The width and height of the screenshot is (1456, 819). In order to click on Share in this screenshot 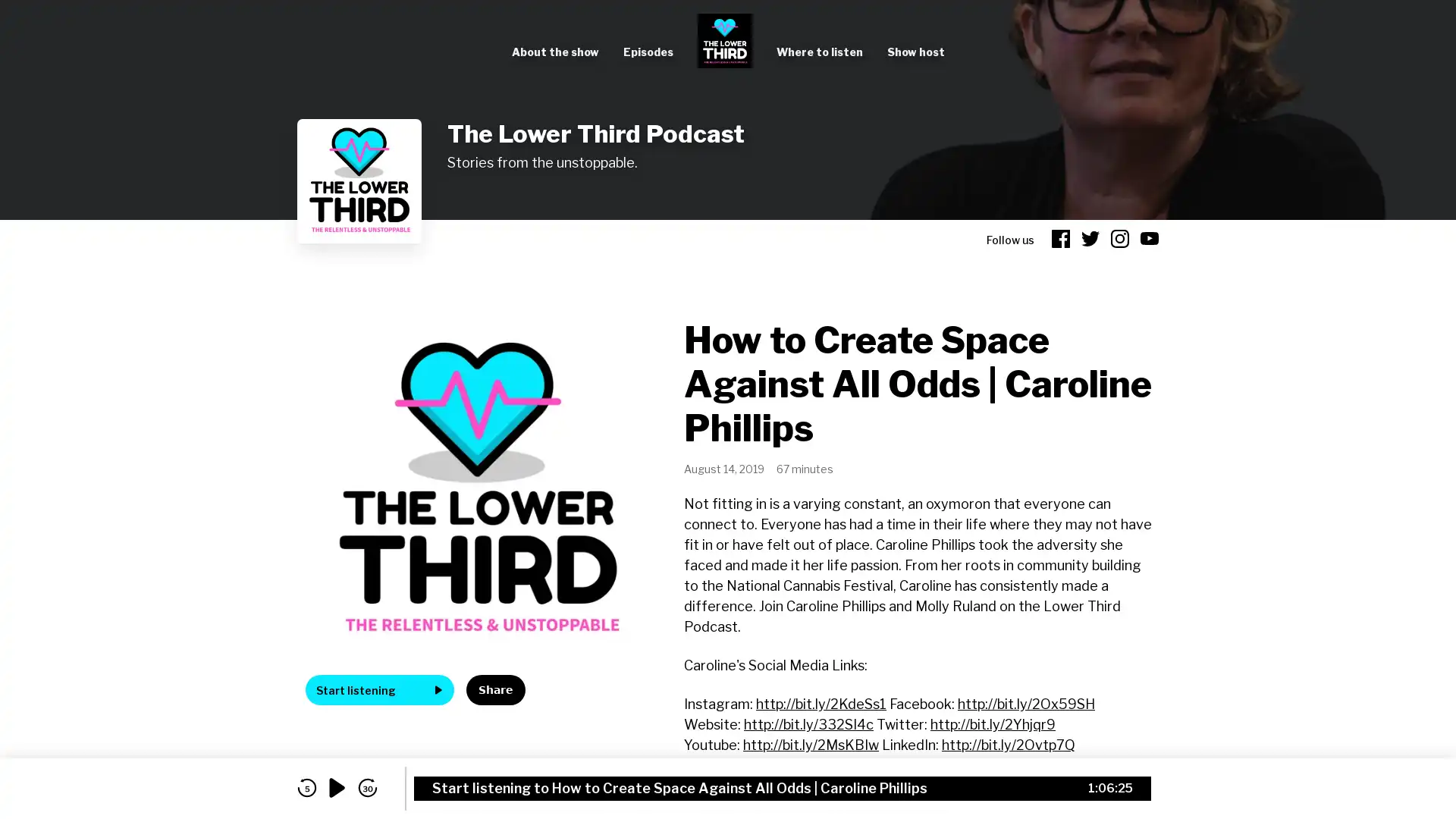, I will do `click(495, 690)`.